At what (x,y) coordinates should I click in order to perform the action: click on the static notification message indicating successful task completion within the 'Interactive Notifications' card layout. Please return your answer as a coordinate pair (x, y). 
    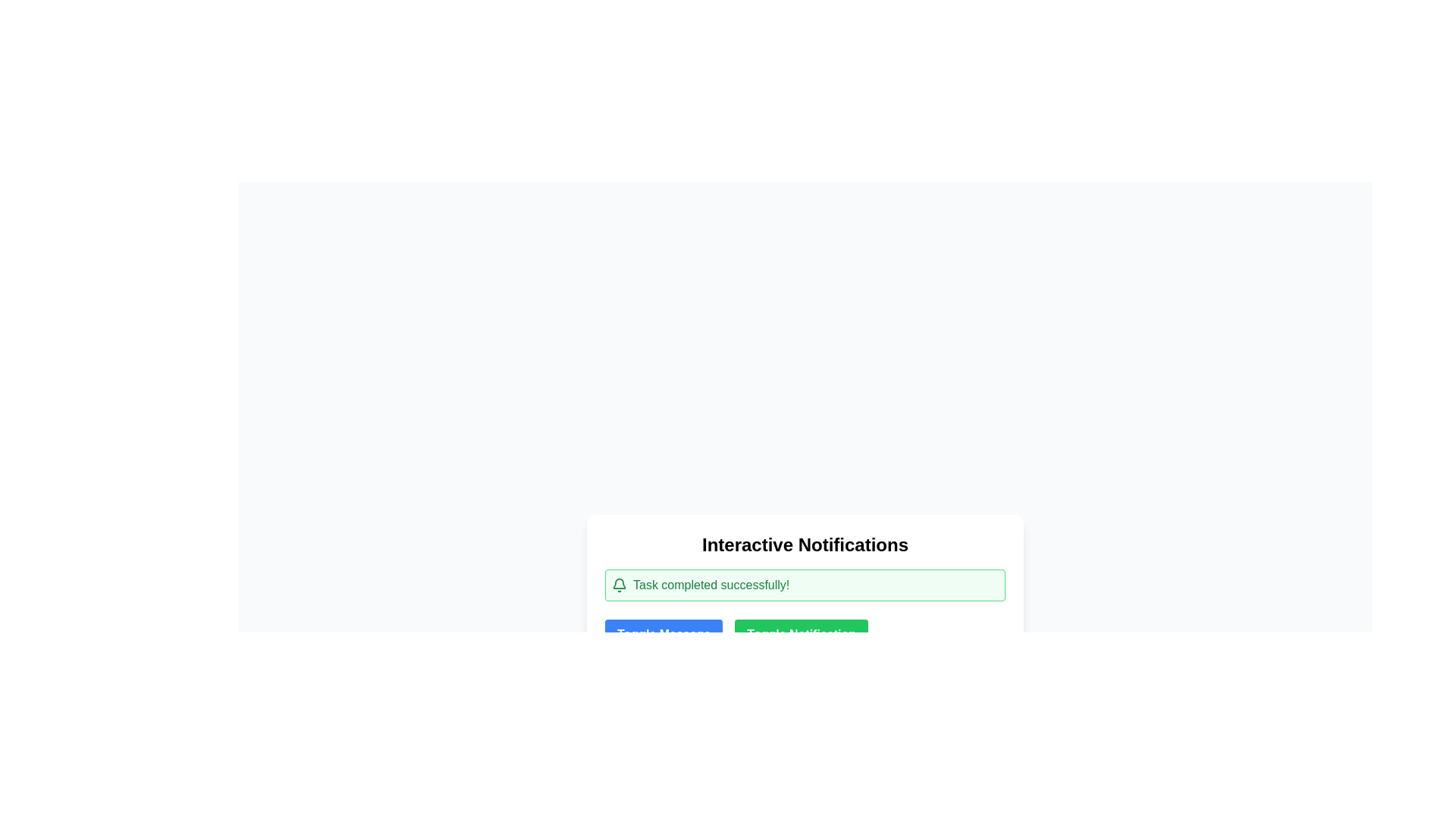
    Looking at the image, I should click on (804, 584).